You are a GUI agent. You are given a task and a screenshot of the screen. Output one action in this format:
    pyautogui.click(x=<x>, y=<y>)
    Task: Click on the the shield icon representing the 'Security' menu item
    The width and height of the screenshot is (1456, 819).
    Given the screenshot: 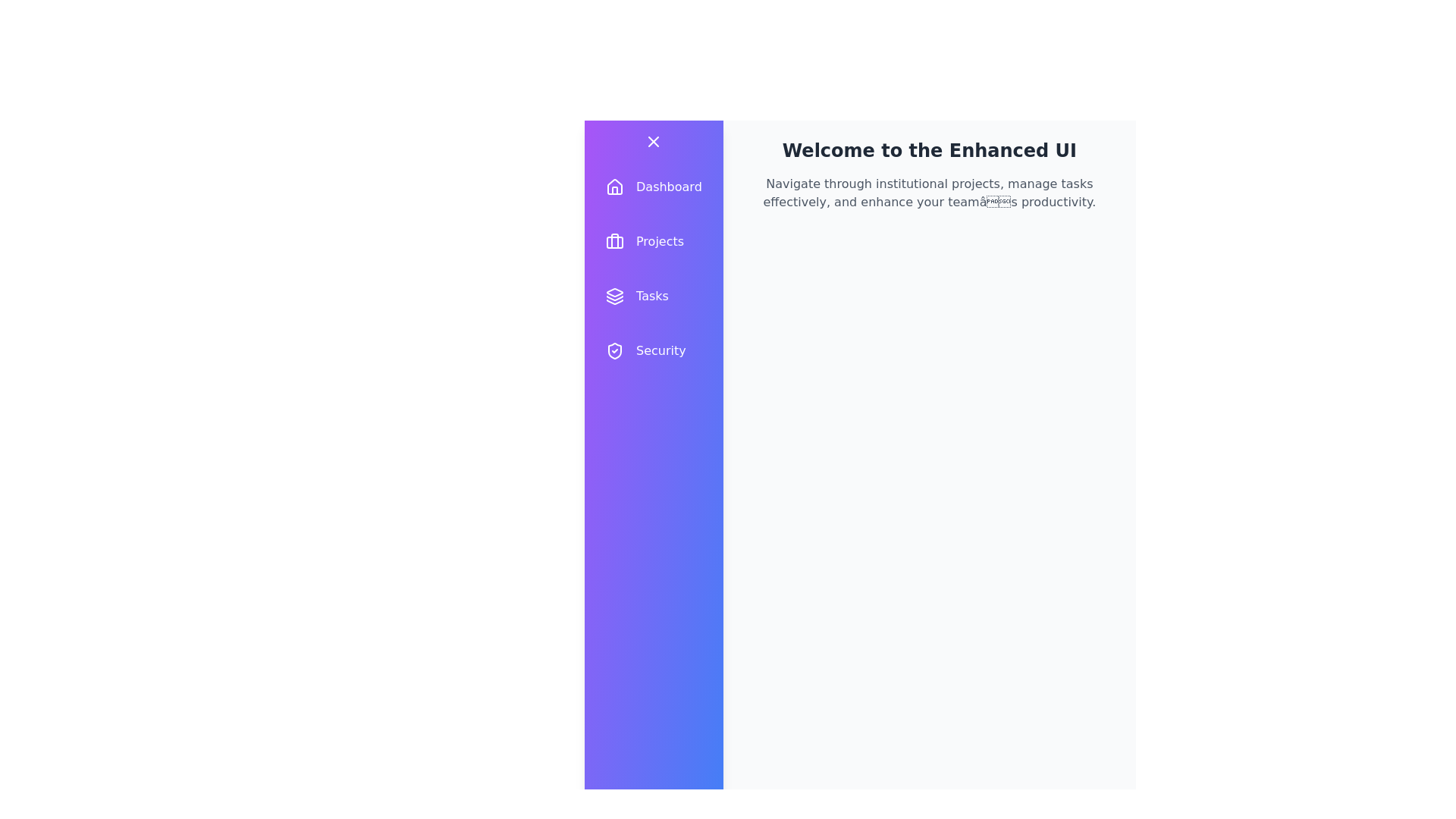 What is the action you would take?
    pyautogui.click(x=615, y=350)
    